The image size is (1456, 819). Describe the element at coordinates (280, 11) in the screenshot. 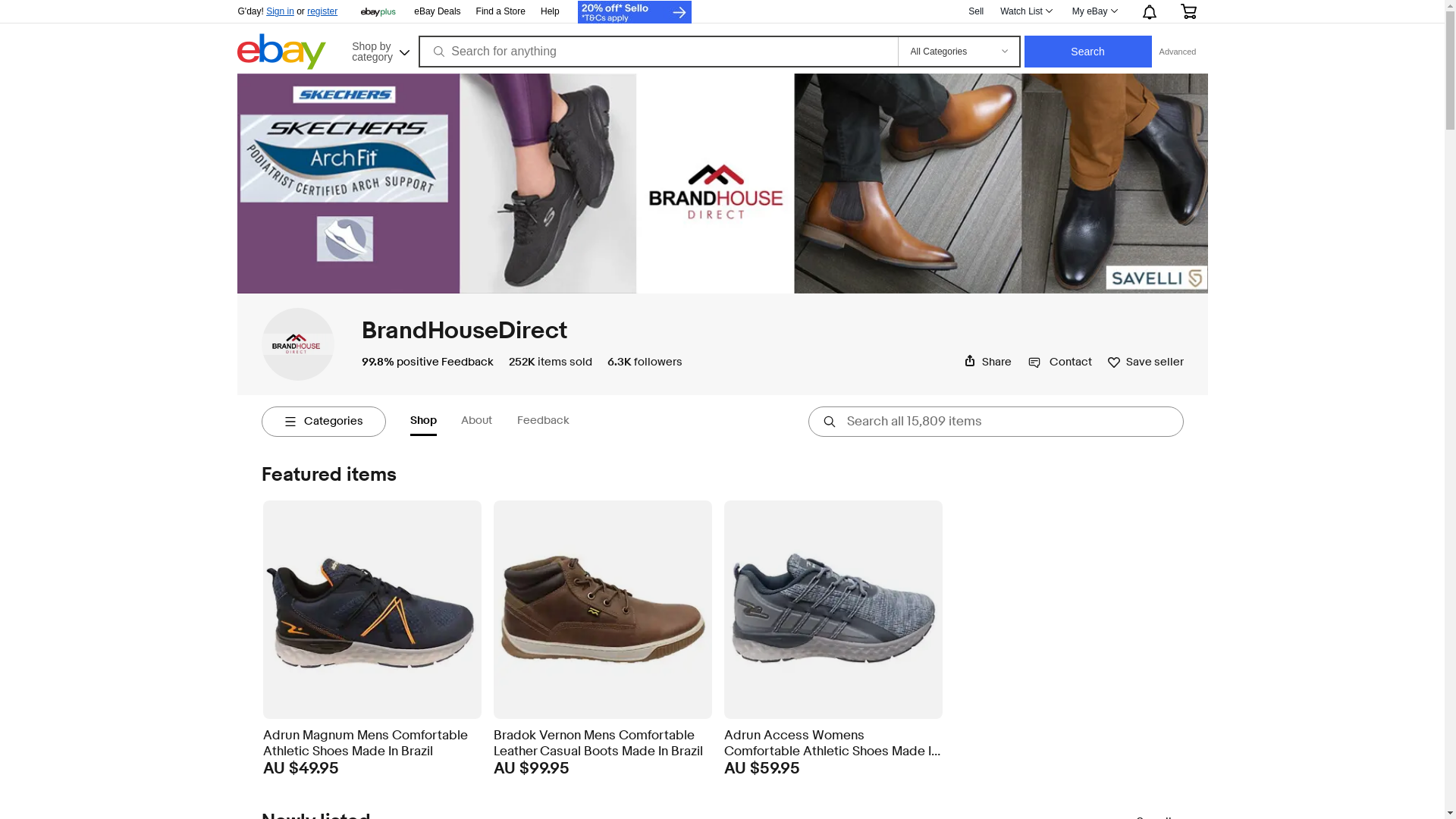

I see `'Sign in'` at that location.